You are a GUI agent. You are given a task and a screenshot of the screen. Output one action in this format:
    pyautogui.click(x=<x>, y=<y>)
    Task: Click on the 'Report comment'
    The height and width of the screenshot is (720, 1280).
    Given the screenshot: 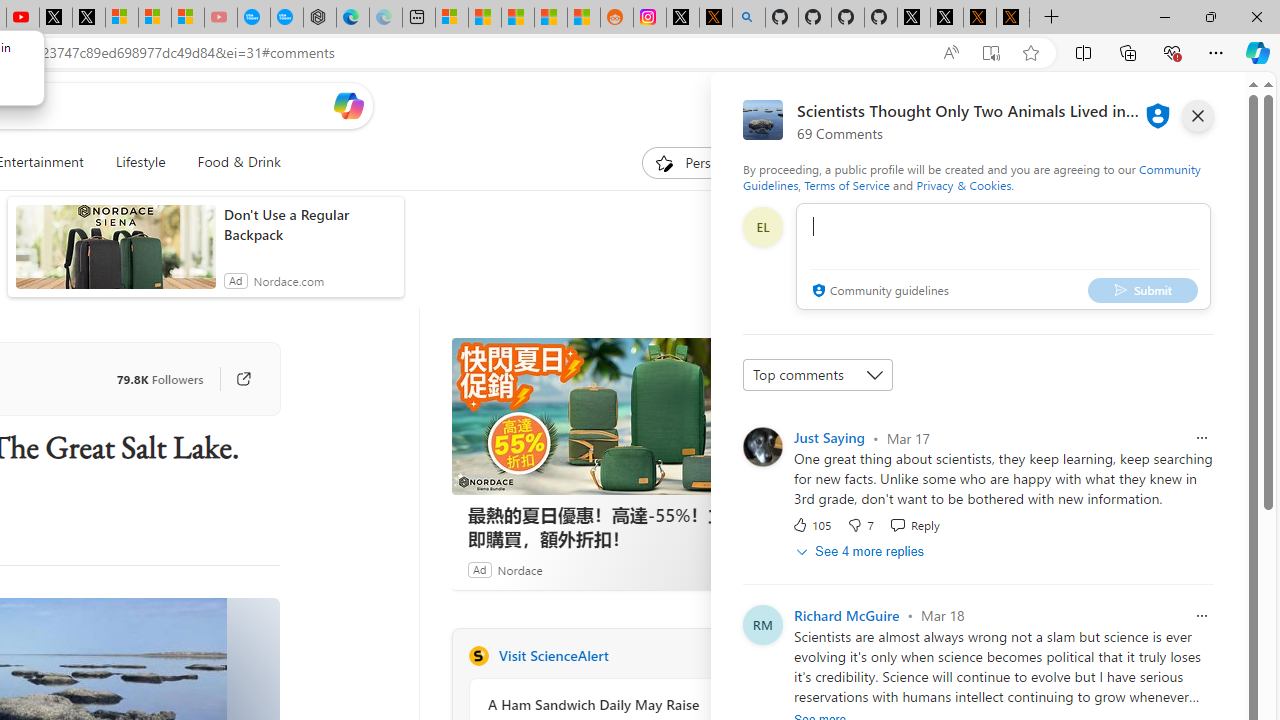 What is the action you would take?
    pyautogui.click(x=1200, y=614)
    